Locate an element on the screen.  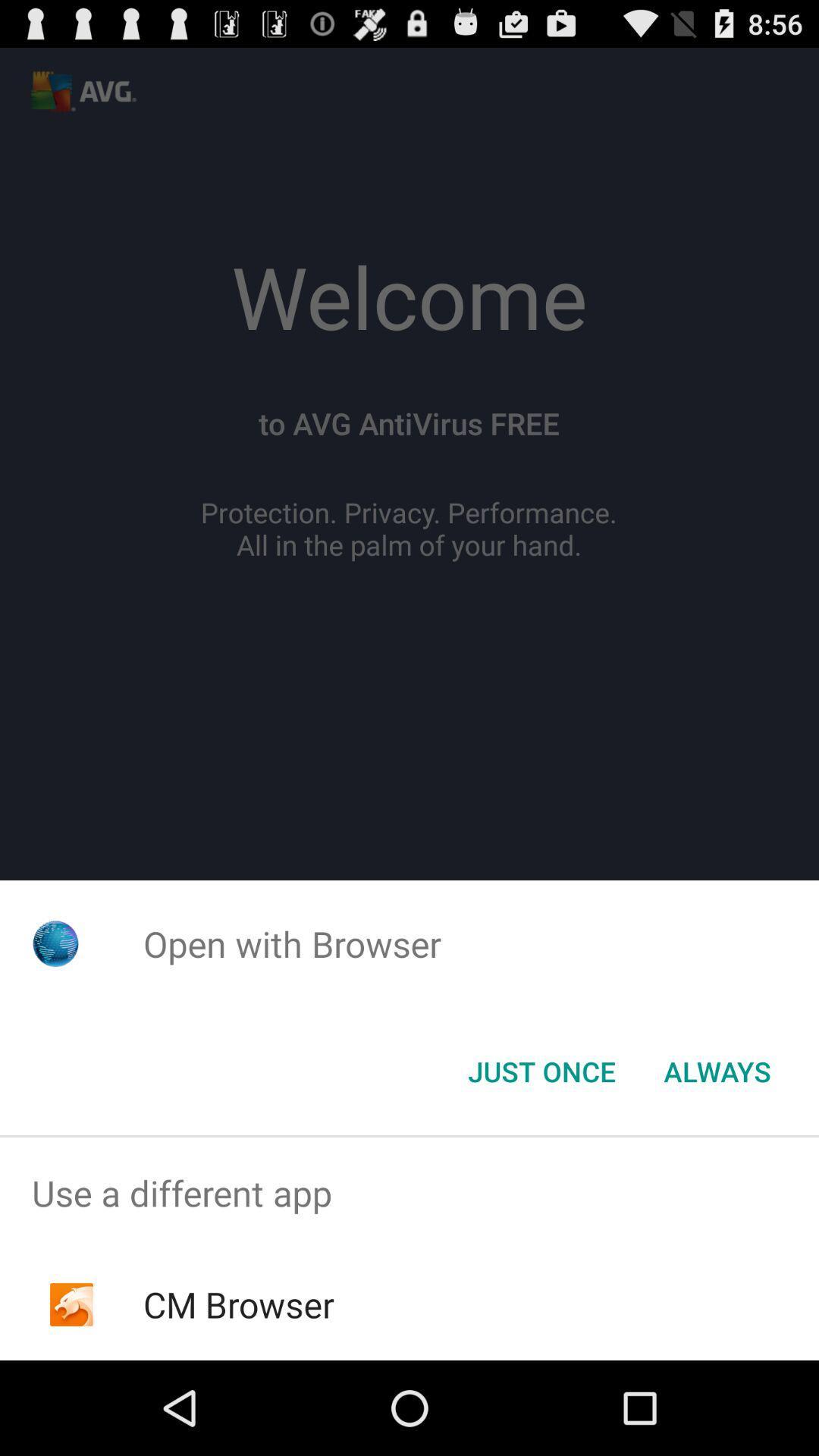
the button to the left of the always button is located at coordinates (541, 1070).